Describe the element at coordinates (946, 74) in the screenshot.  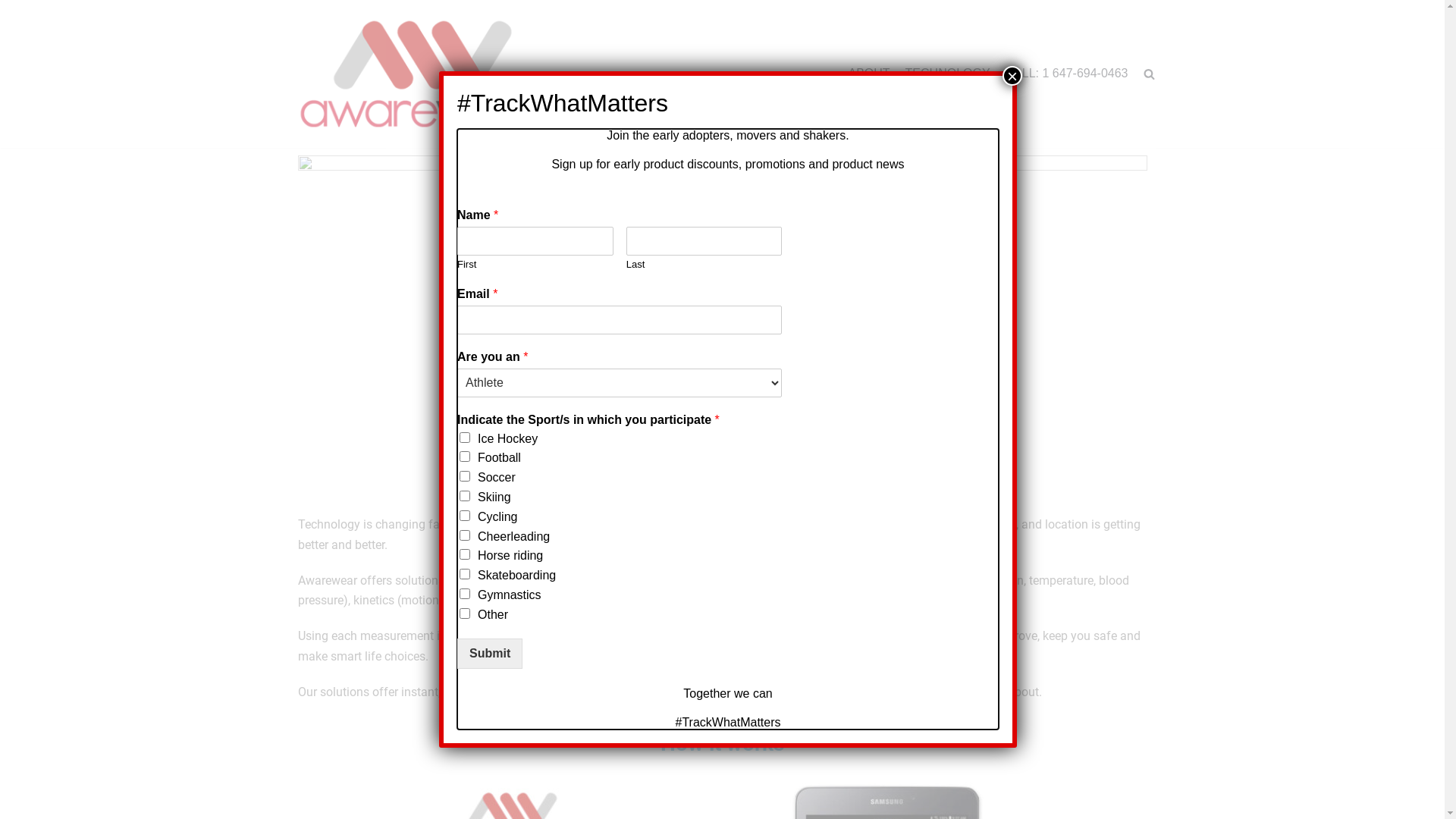
I see `'TECHNOLOGY'` at that location.